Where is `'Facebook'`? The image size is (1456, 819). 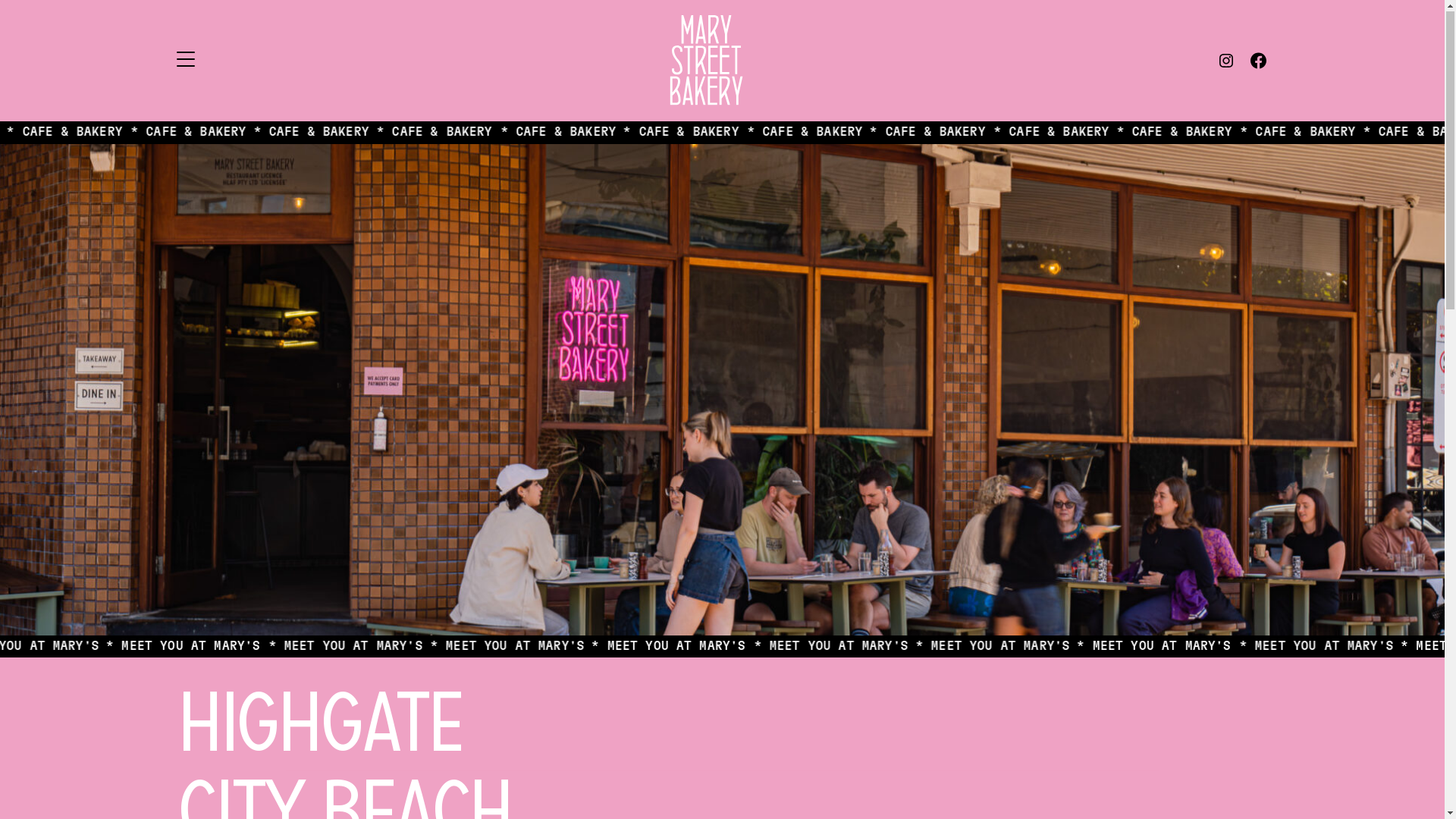
'Facebook' is located at coordinates (1259, 61).